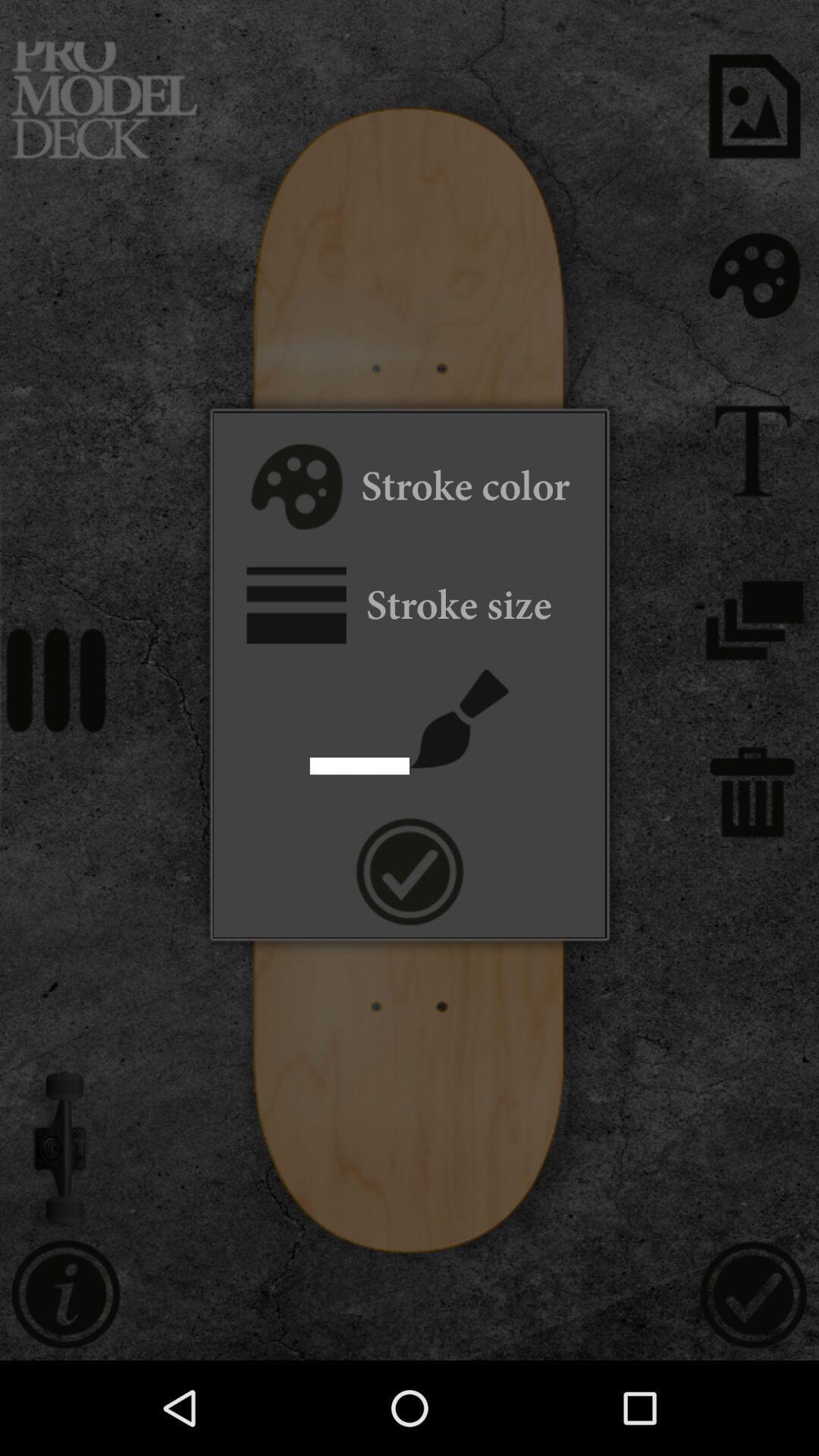 This screenshot has height=1456, width=819. What do you see at coordinates (458, 717) in the screenshot?
I see `paintbrush` at bounding box center [458, 717].